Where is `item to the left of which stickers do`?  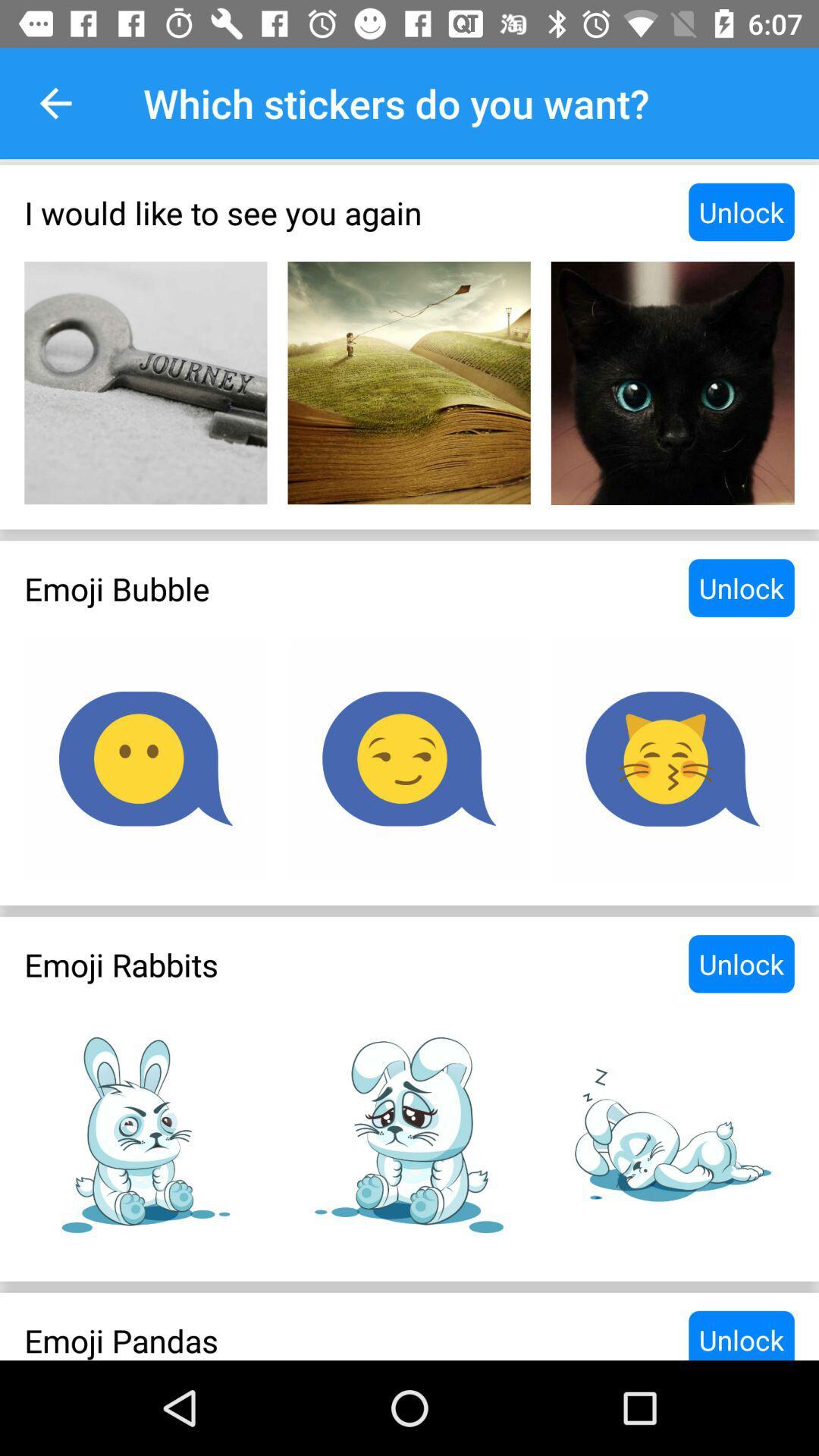
item to the left of which stickers do is located at coordinates (55, 102).